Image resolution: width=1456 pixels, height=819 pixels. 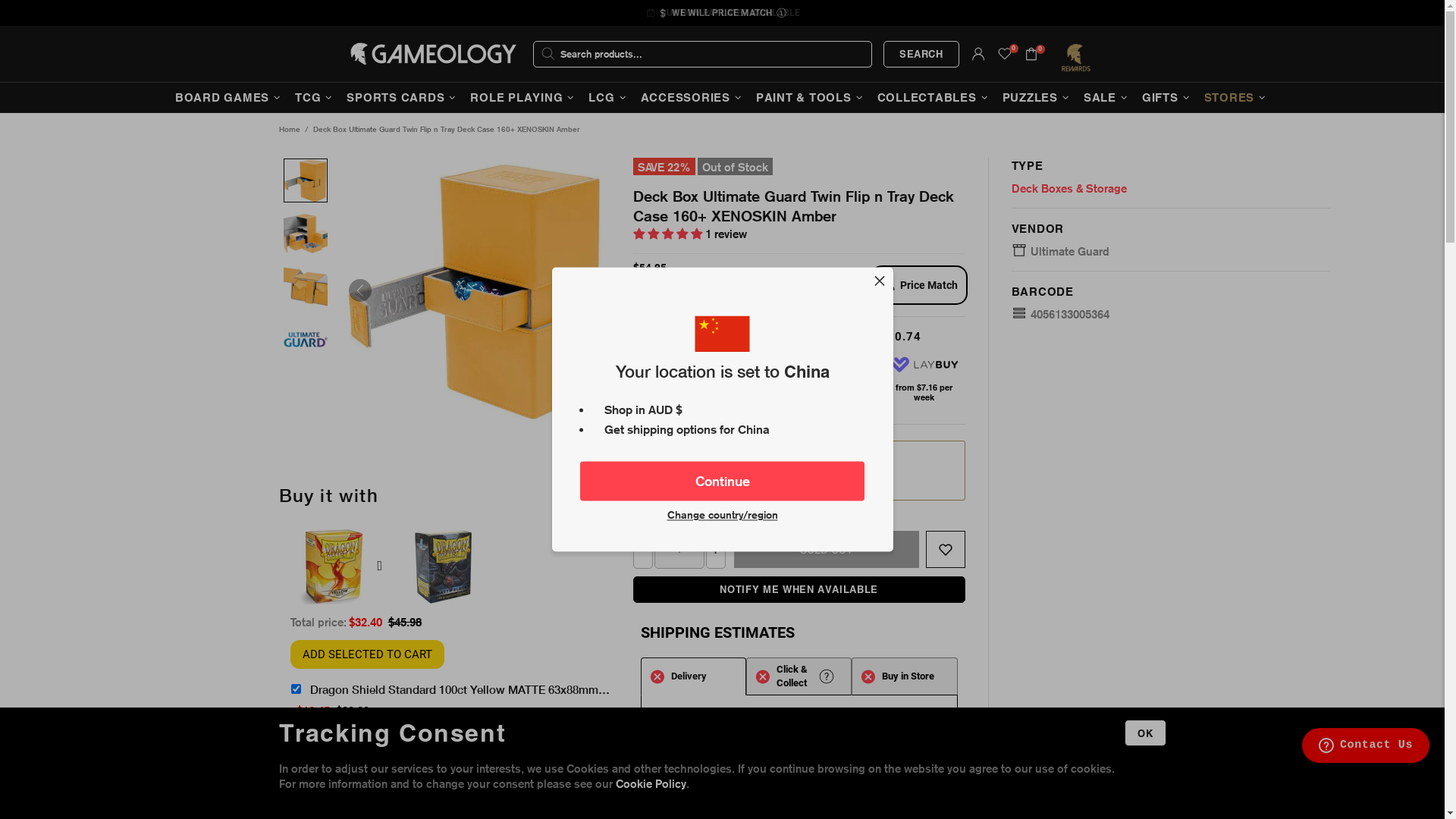 What do you see at coordinates (1037, 97) in the screenshot?
I see `'PUZZLES'` at bounding box center [1037, 97].